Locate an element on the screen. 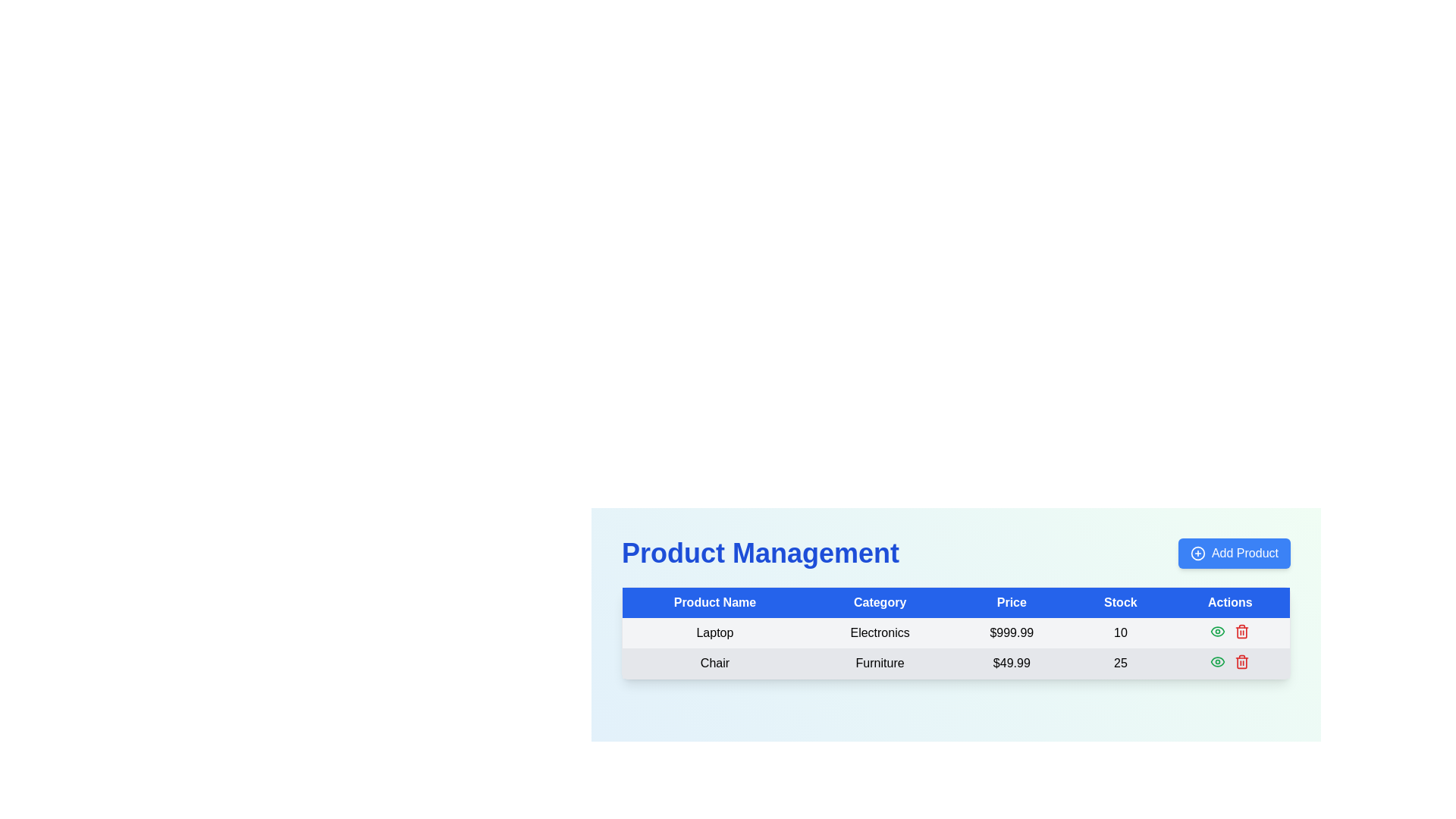  the upper arc of the eye icon in the Actions column of the second row in the Product Management interface is located at coordinates (1218, 632).